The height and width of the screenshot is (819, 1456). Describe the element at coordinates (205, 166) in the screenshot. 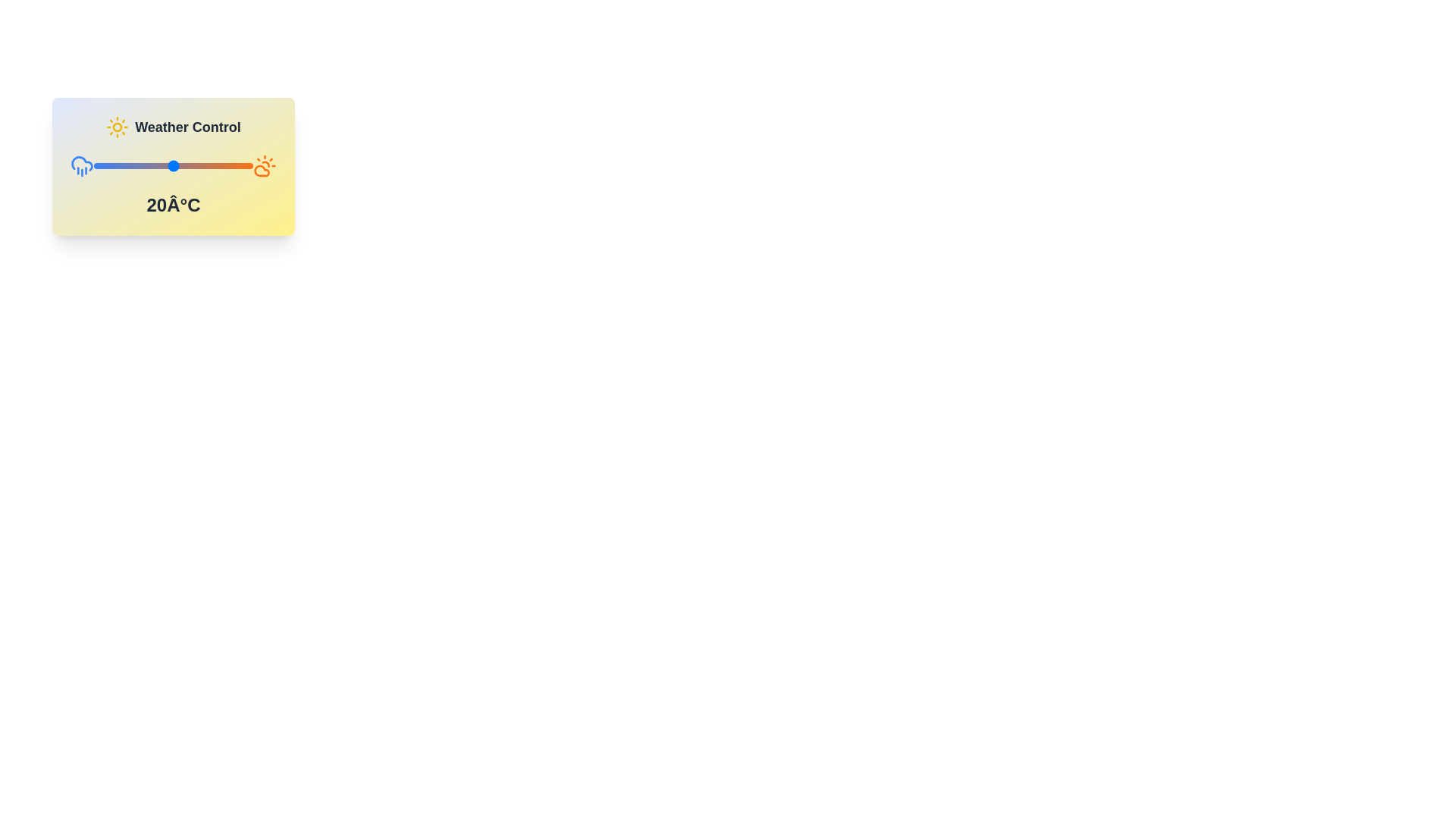

I see `the temperature slider to 32 degrees Celsius` at that location.